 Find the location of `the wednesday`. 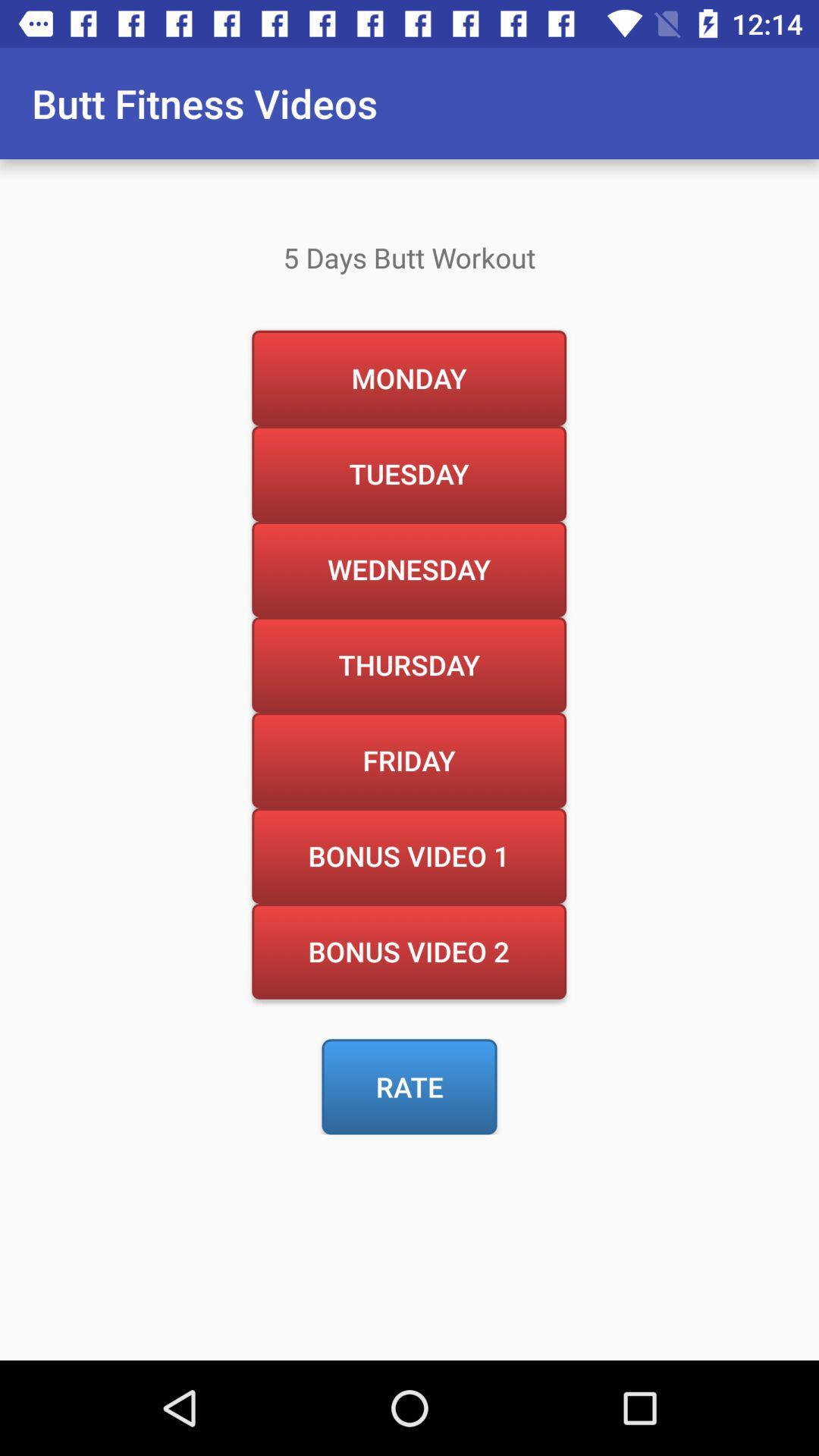

the wednesday is located at coordinates (408, 568).